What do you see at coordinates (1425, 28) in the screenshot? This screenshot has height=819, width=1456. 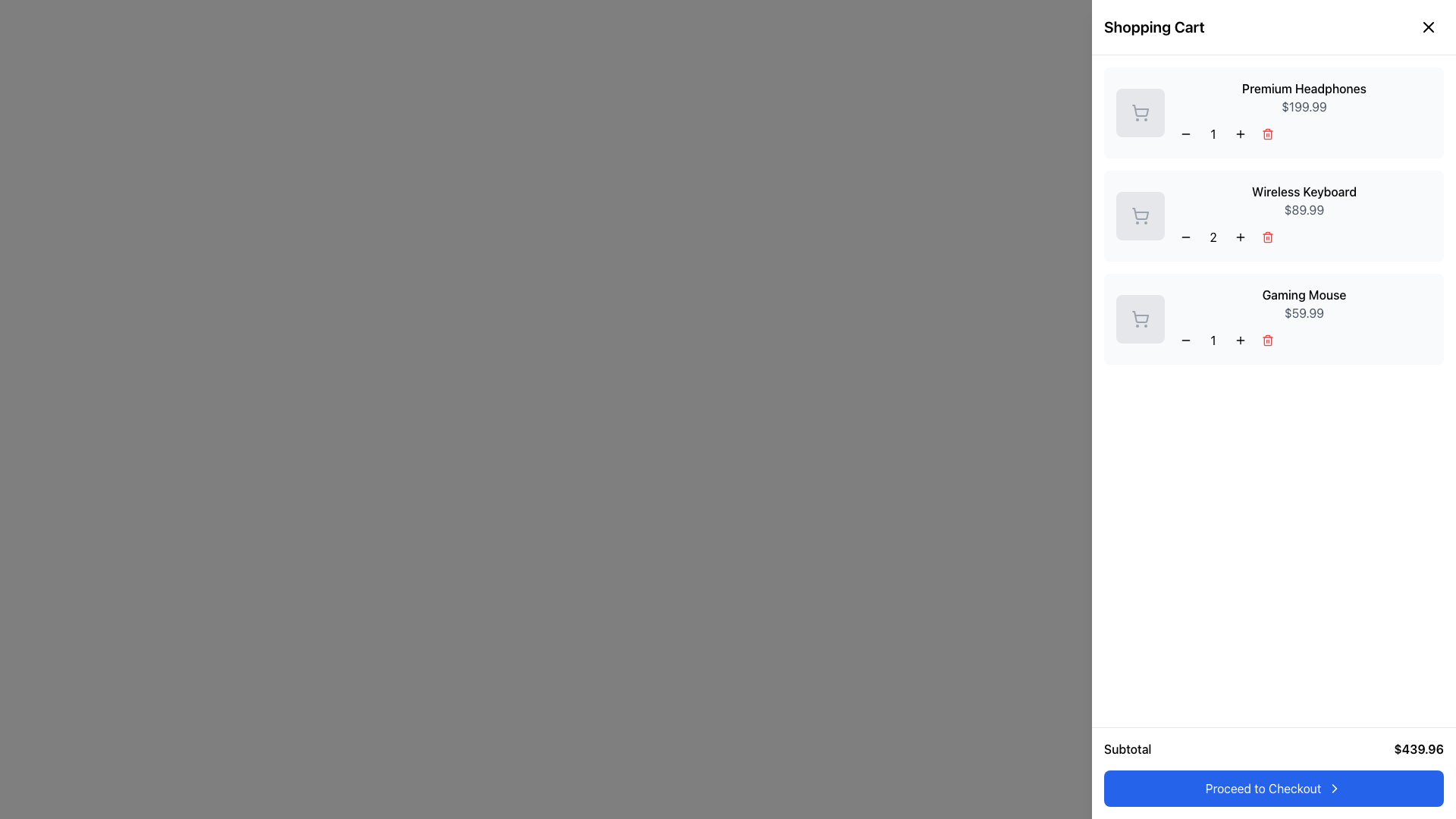 I see `the shopping cart icon located in the top right-hand corner of the layout` at bounding box center [1425, 28].